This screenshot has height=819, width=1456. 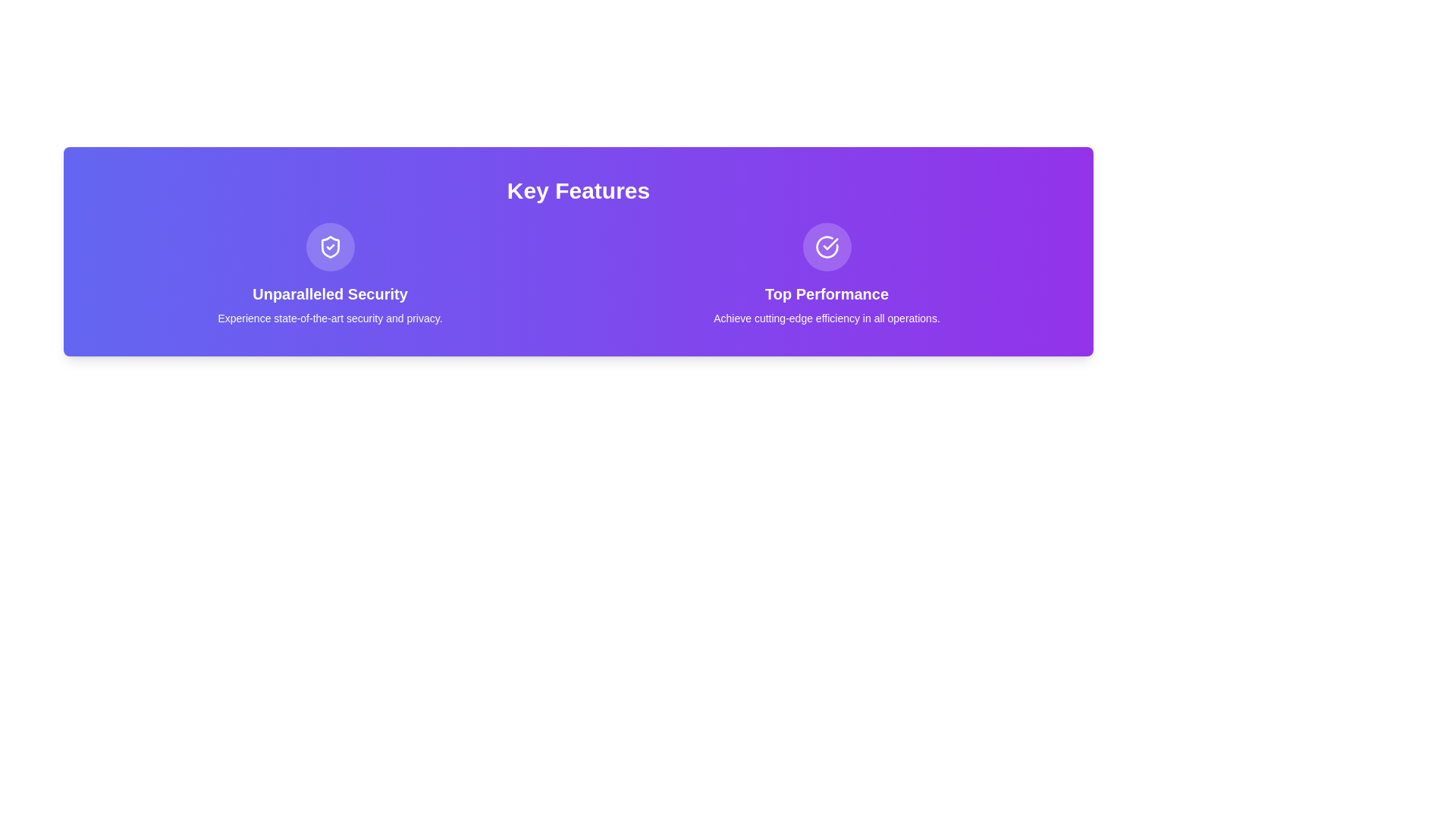 What do you see at coordinates (826, 318) in the screenshot?
I see `descriptive information displayed in the Text element located under the 'Top Performance' title and checkmark icon` at bounding box center [826, 318].